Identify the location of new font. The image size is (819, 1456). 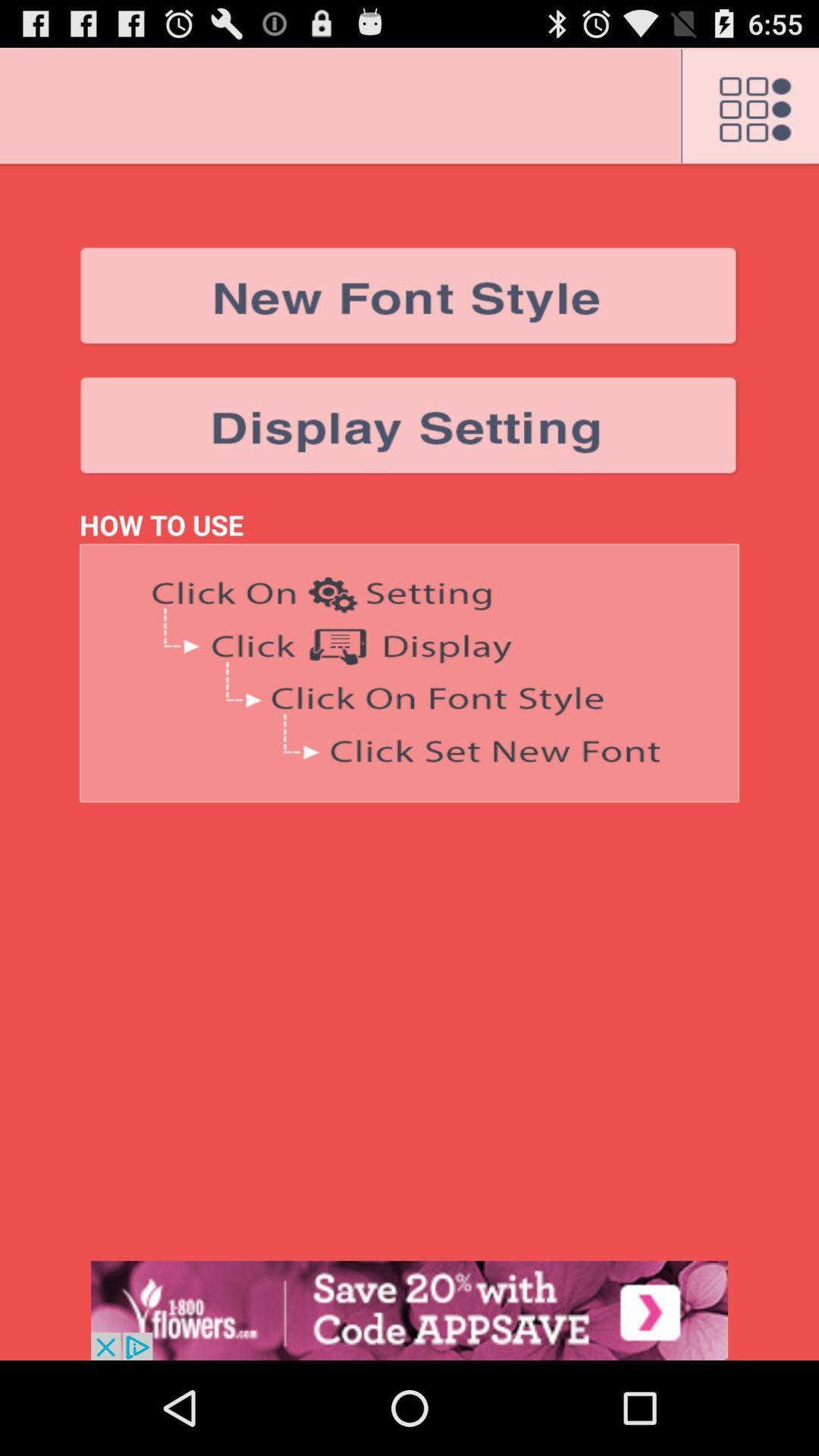
(409, 297).